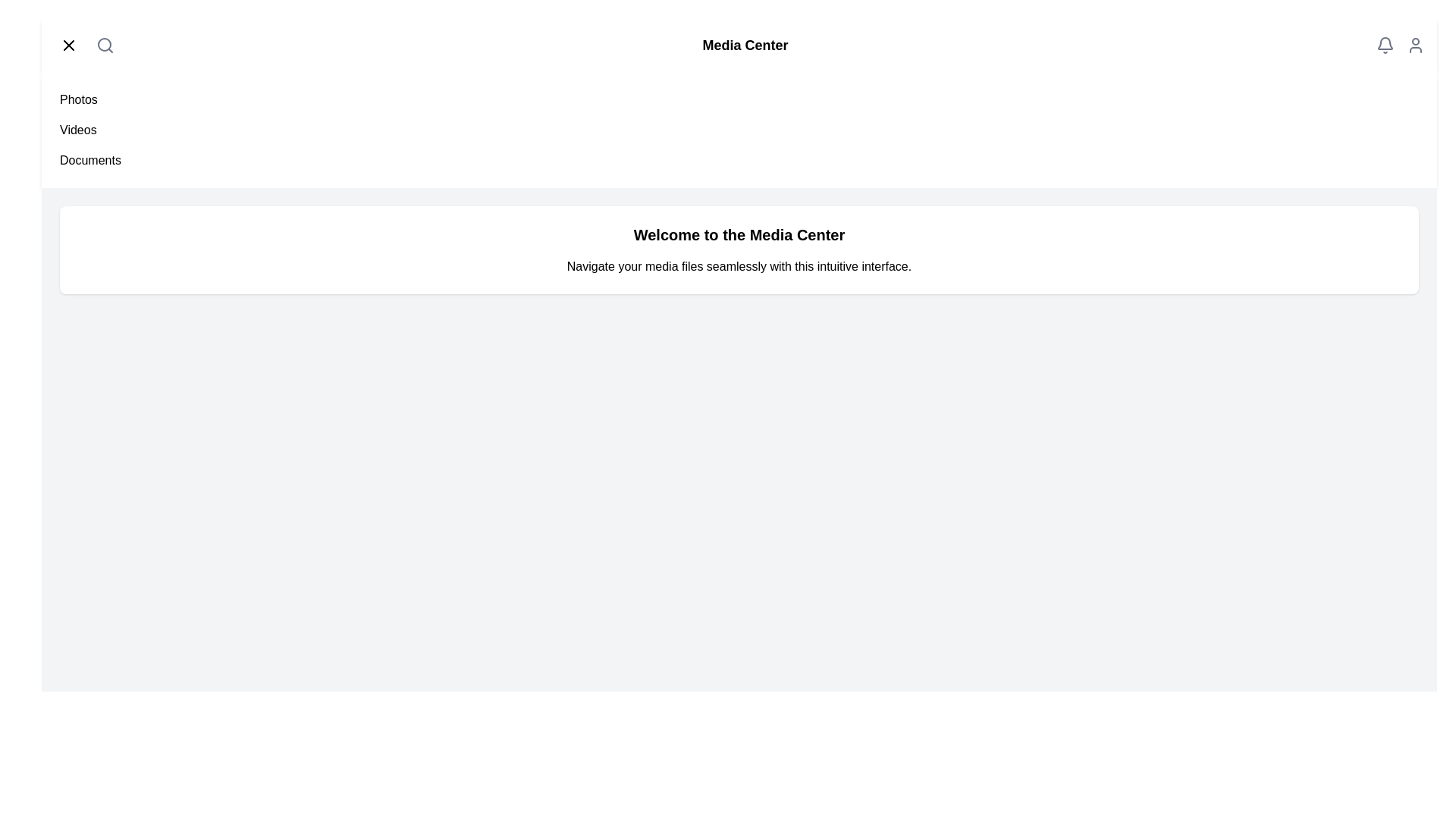 This screenshot has width=1456, height=819. Describe the element at coordinates (1415, 45) in the screenshot. I see `the user profile icon located in the top-right corner of the MediaAppBar` at that location.